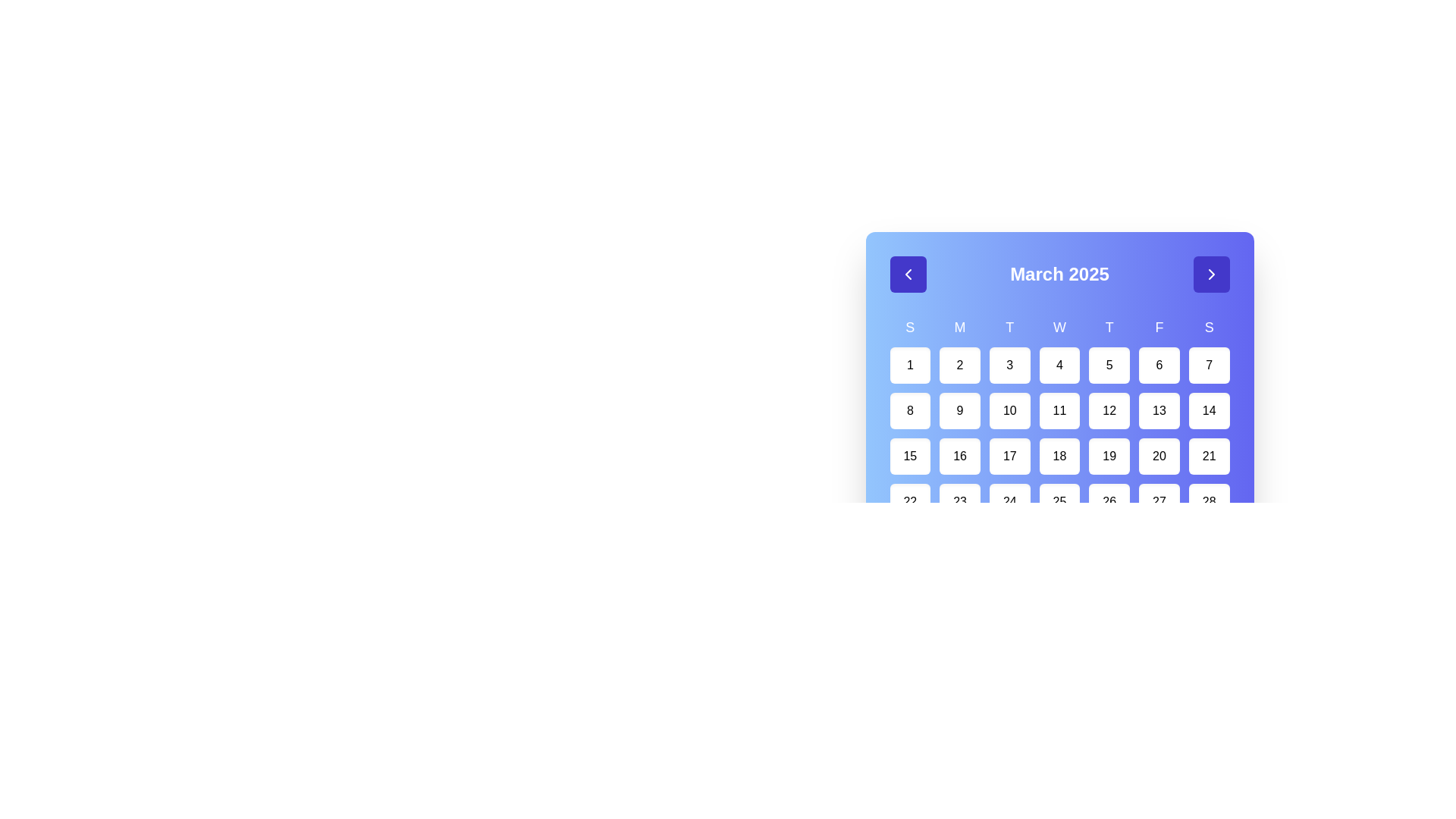 The image size is (1456, 819). Describe the element at coordinates (908, 275) in the screenshot. I see `the deep indigo button with a white leftward chevron icon` at that location.